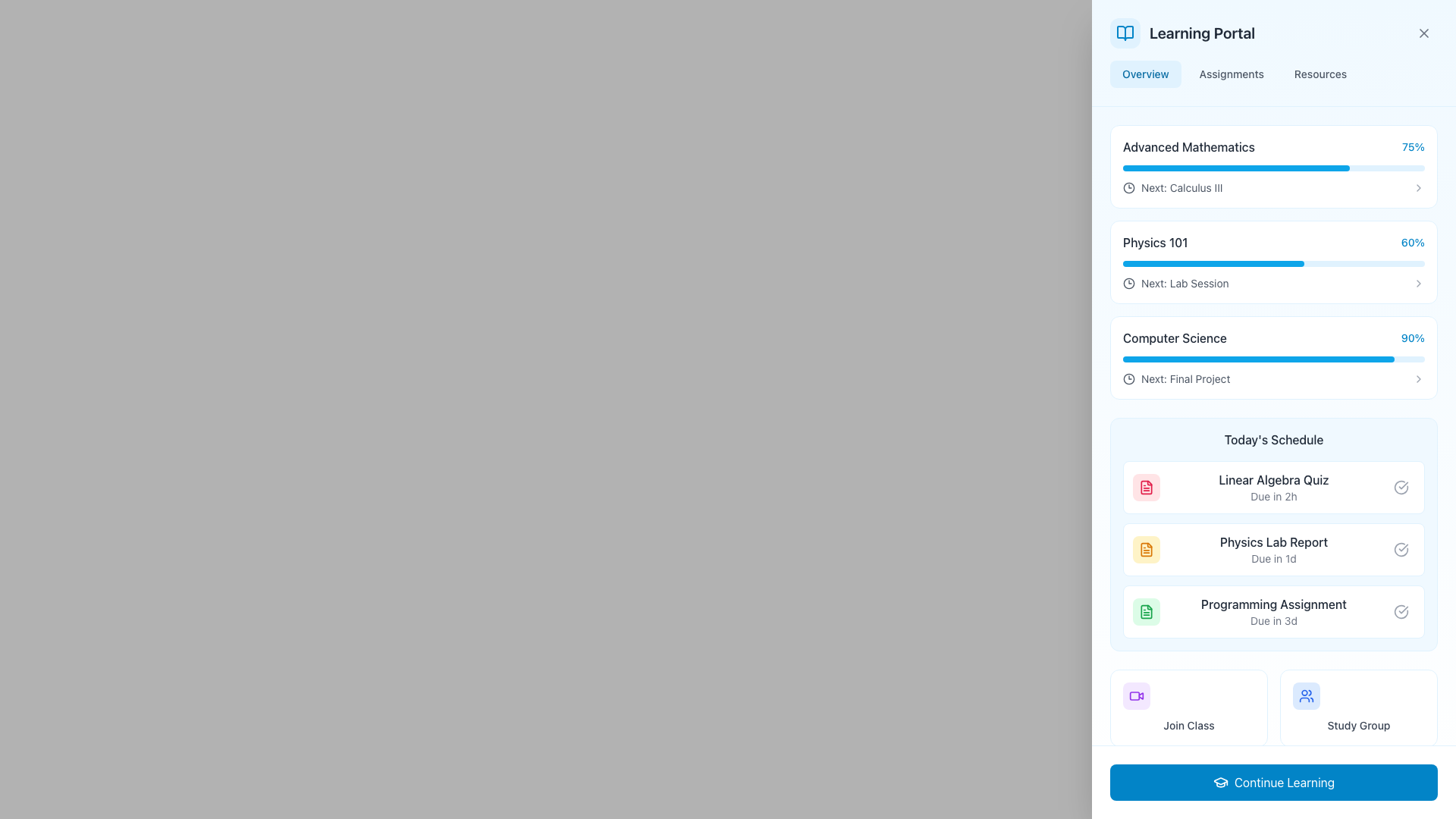 The height and width of the screenshot is (819, 1456). What do you see at coordinates (1172, 187) in the screenshot?
I see `the informational label indicating 'Calculus III' in the Advanced Mathematics section, located beneath the progress bar` at bounding box center [1172, 187].